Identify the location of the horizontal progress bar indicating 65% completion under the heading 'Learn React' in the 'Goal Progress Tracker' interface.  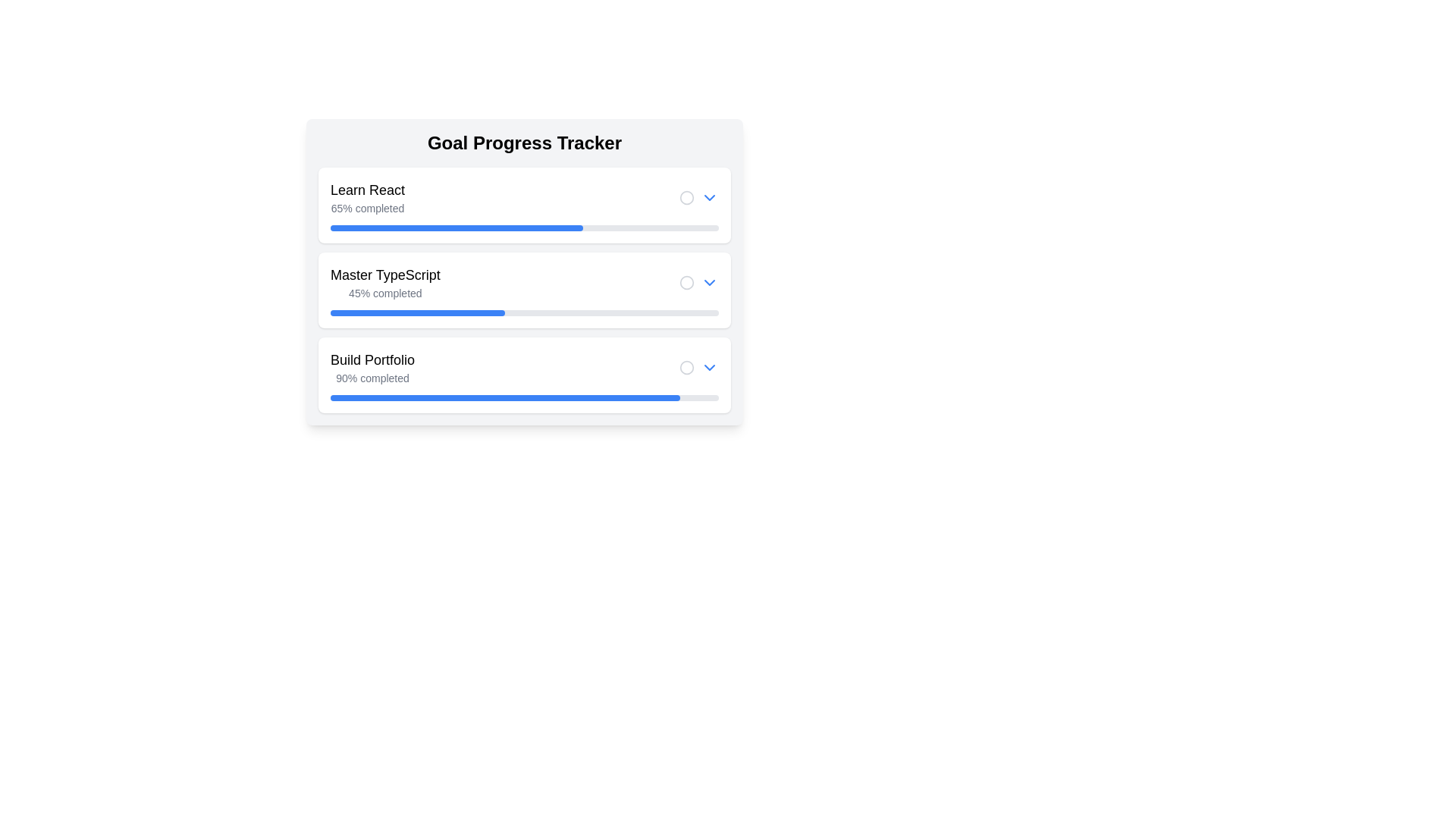
(524, 227).